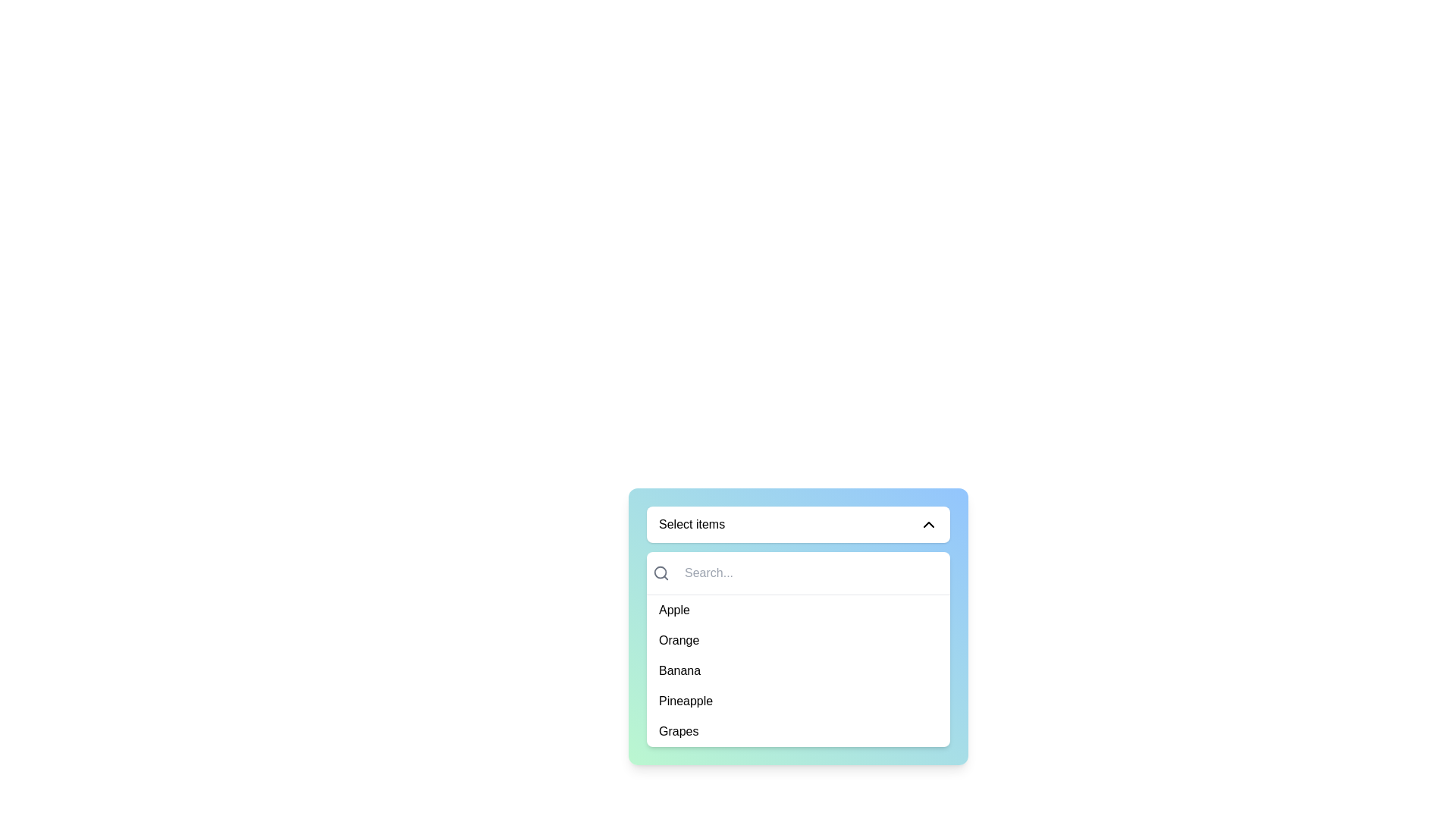 This screenshot has width=1456, height=819. Describe the element at coordinates (927, 523) in the screenshot. I see `the upward-pointing chevron arrow icon located on the right end of the 'Select items' dropdown header` at that location.